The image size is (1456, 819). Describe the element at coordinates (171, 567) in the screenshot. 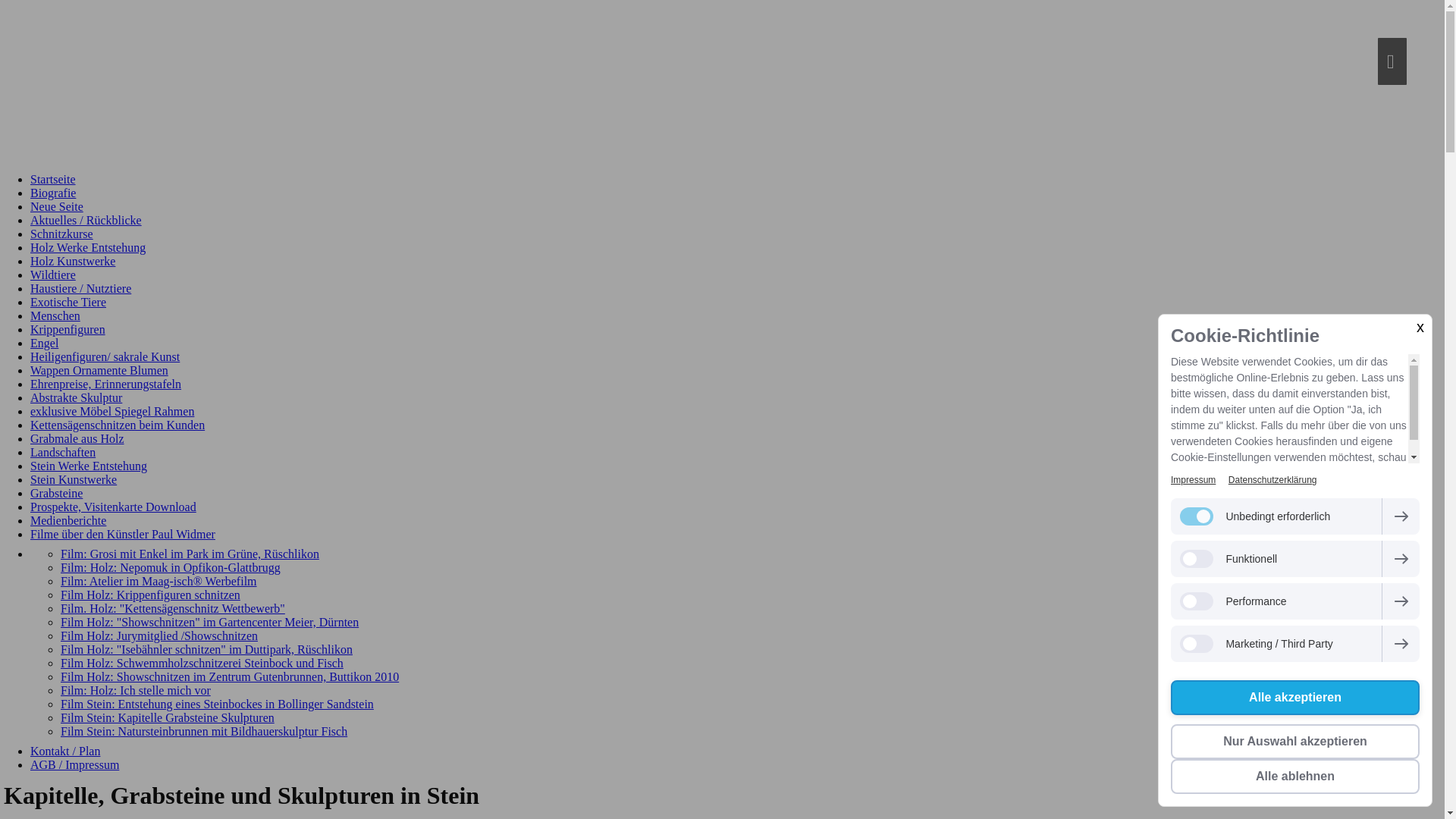

I see `'Film: Holz: Nepomuk in Opfikon-Glattbrugg'` at that location.